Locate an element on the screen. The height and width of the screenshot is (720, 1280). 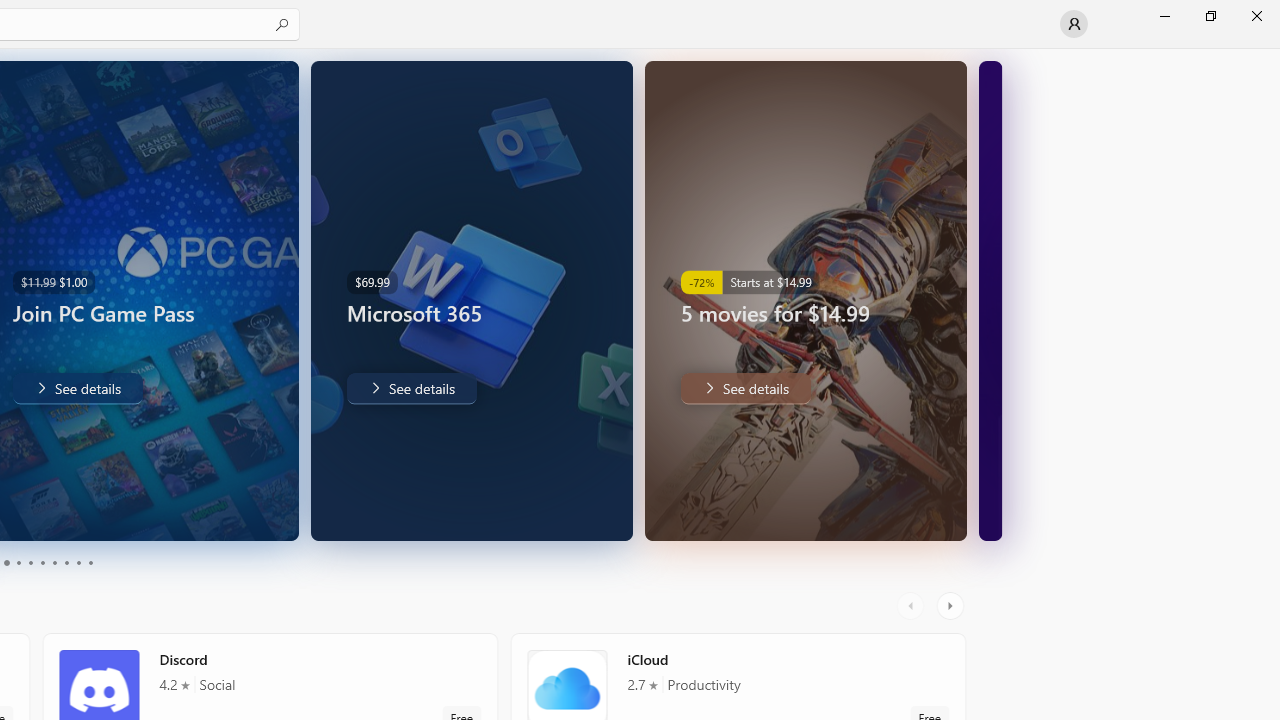
'AutomationID: LeftScrollButton' is located at coordinates (912, 605).